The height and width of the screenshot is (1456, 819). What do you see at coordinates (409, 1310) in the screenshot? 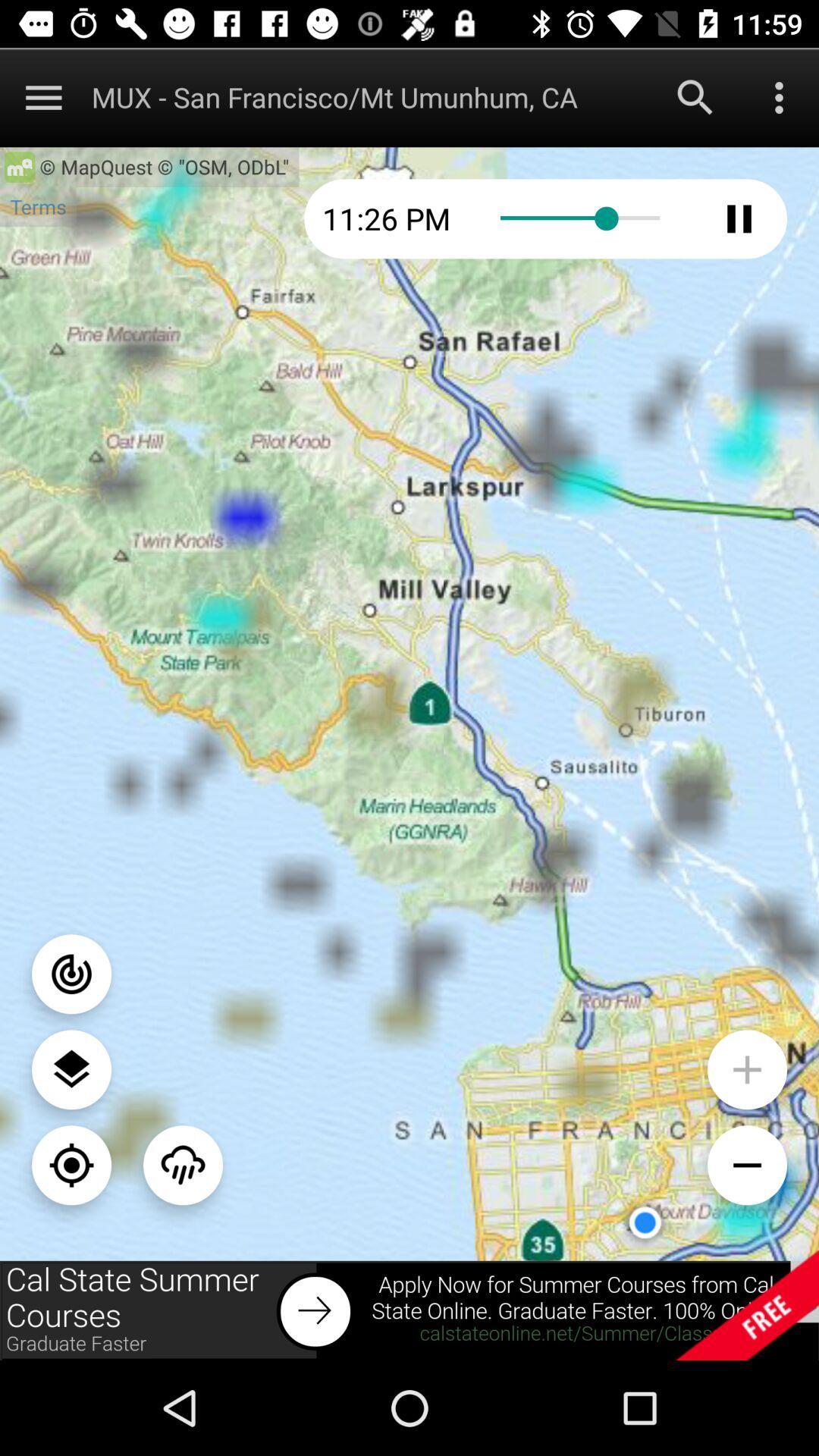
I see `open advertisement` at bounding box center [409, 1310].